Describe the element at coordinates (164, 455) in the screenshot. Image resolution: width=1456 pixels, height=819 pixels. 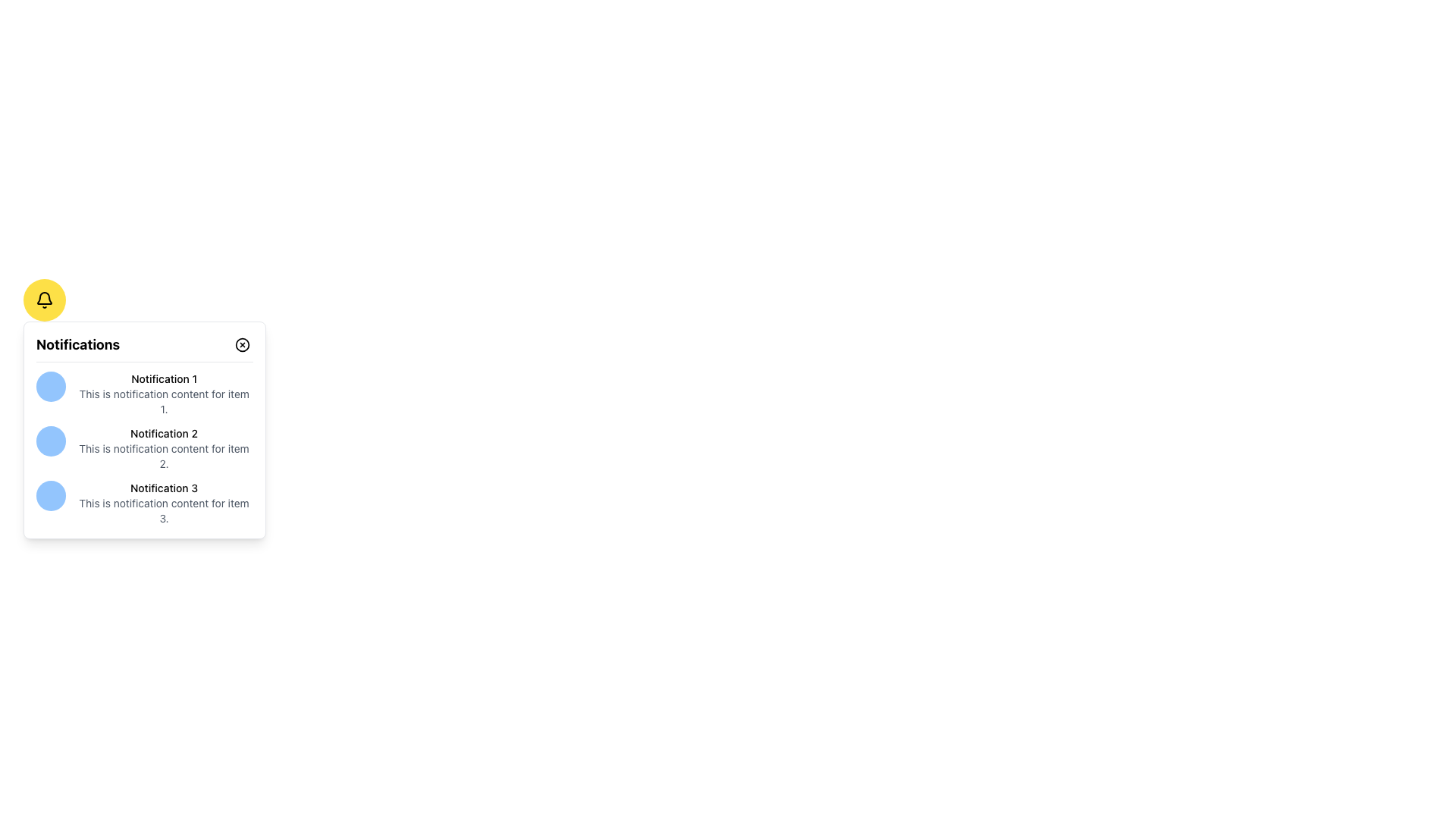
I see `descriptive text located under 'Notification 2' in the notifications panel, which provides further information about the second notification` at that location.